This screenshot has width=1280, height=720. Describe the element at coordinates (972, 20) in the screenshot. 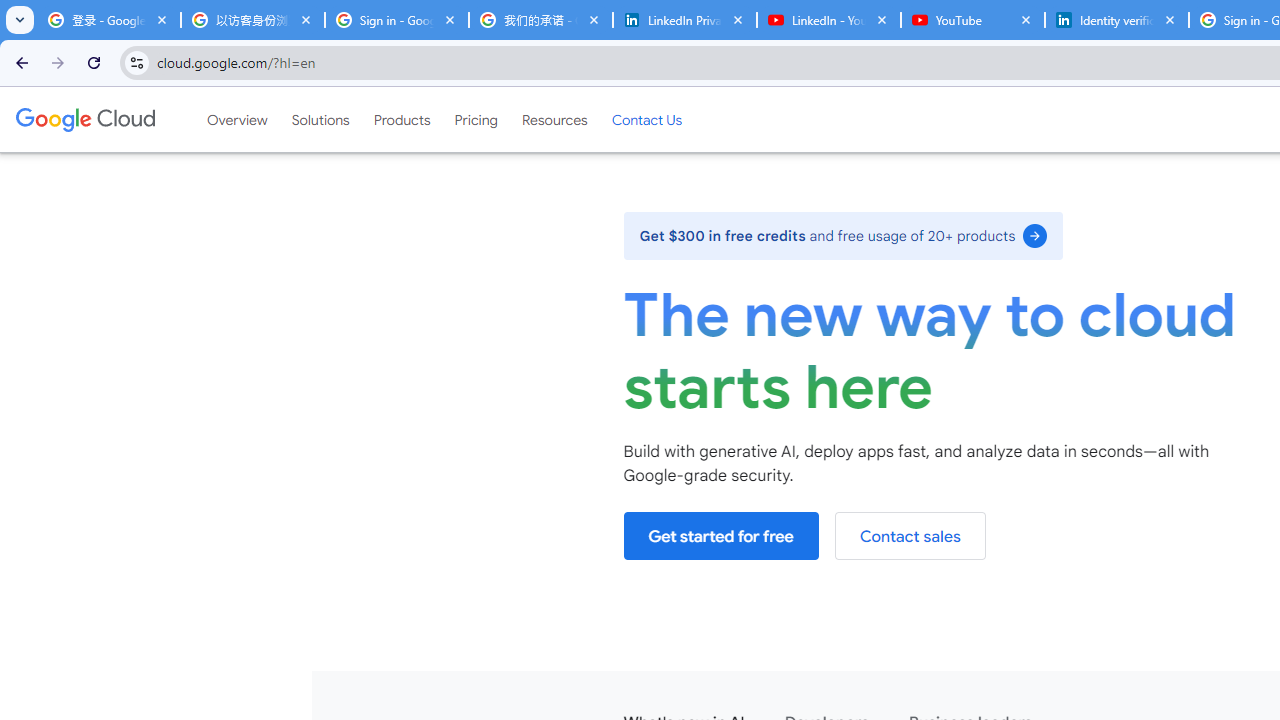

I see `'YouTube'` at that location.